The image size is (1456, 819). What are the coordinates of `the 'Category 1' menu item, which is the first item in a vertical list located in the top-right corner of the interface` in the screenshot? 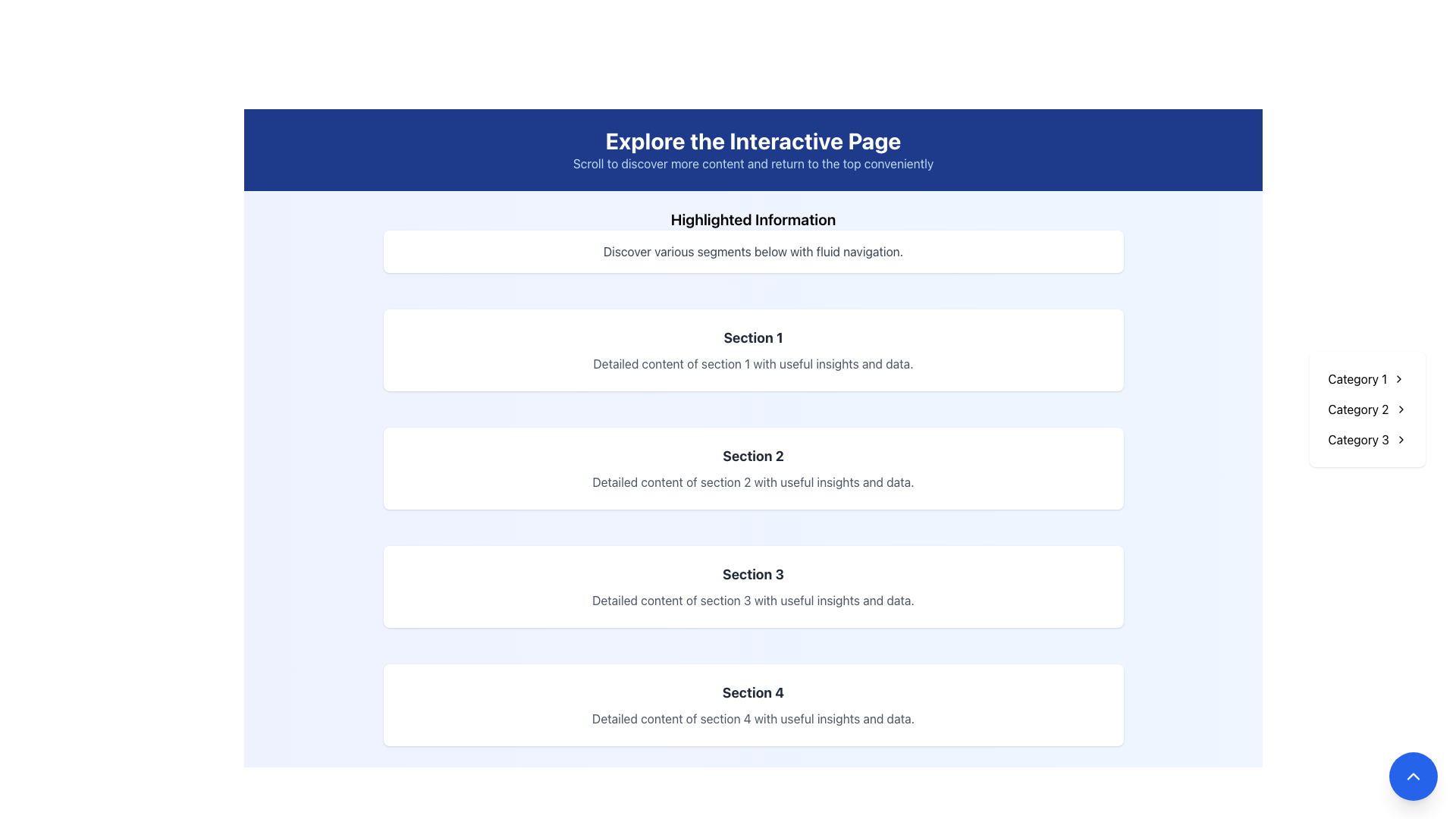 It's located at (1357, 378).